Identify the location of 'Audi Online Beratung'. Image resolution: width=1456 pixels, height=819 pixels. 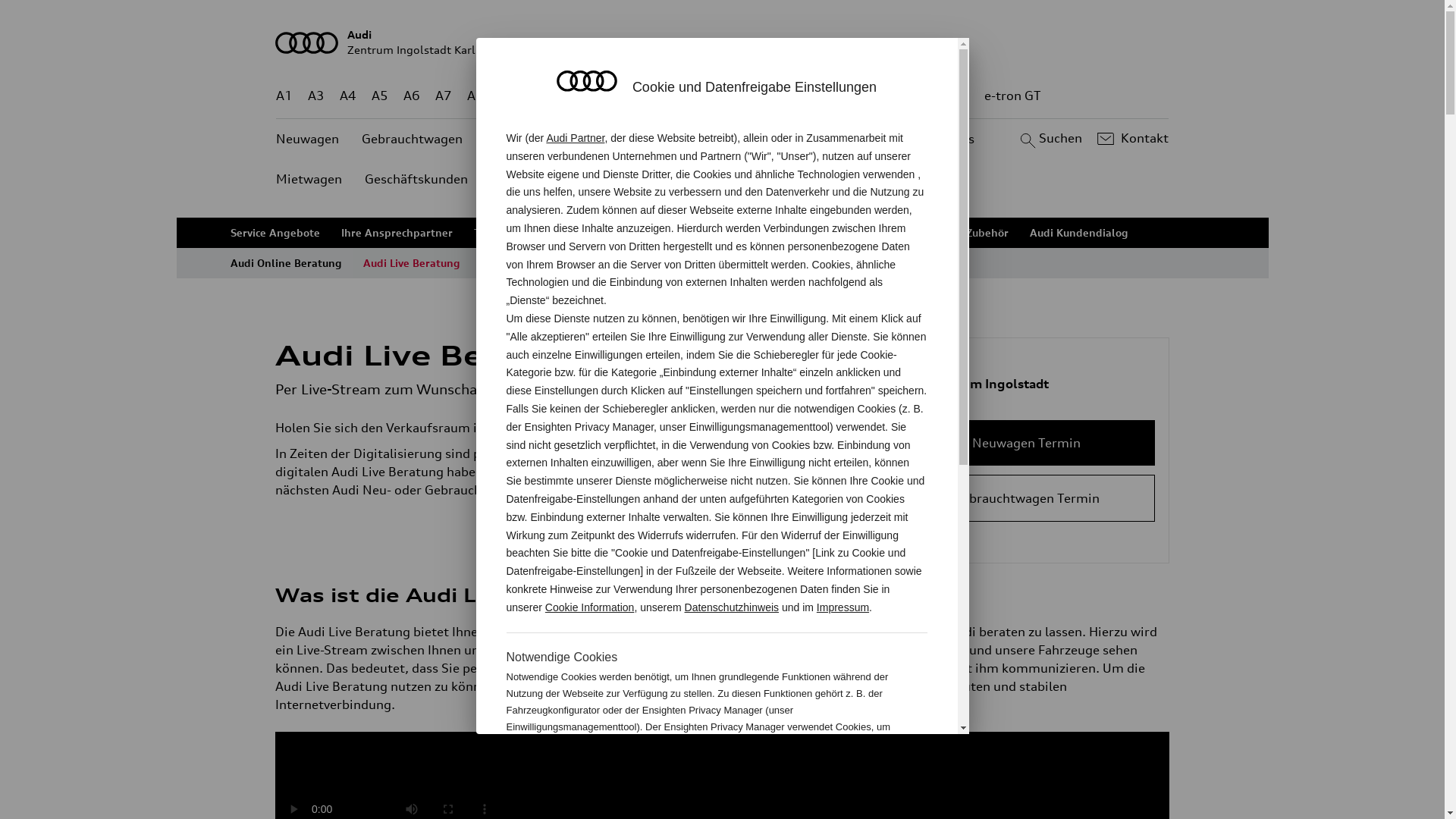
(286, 262).